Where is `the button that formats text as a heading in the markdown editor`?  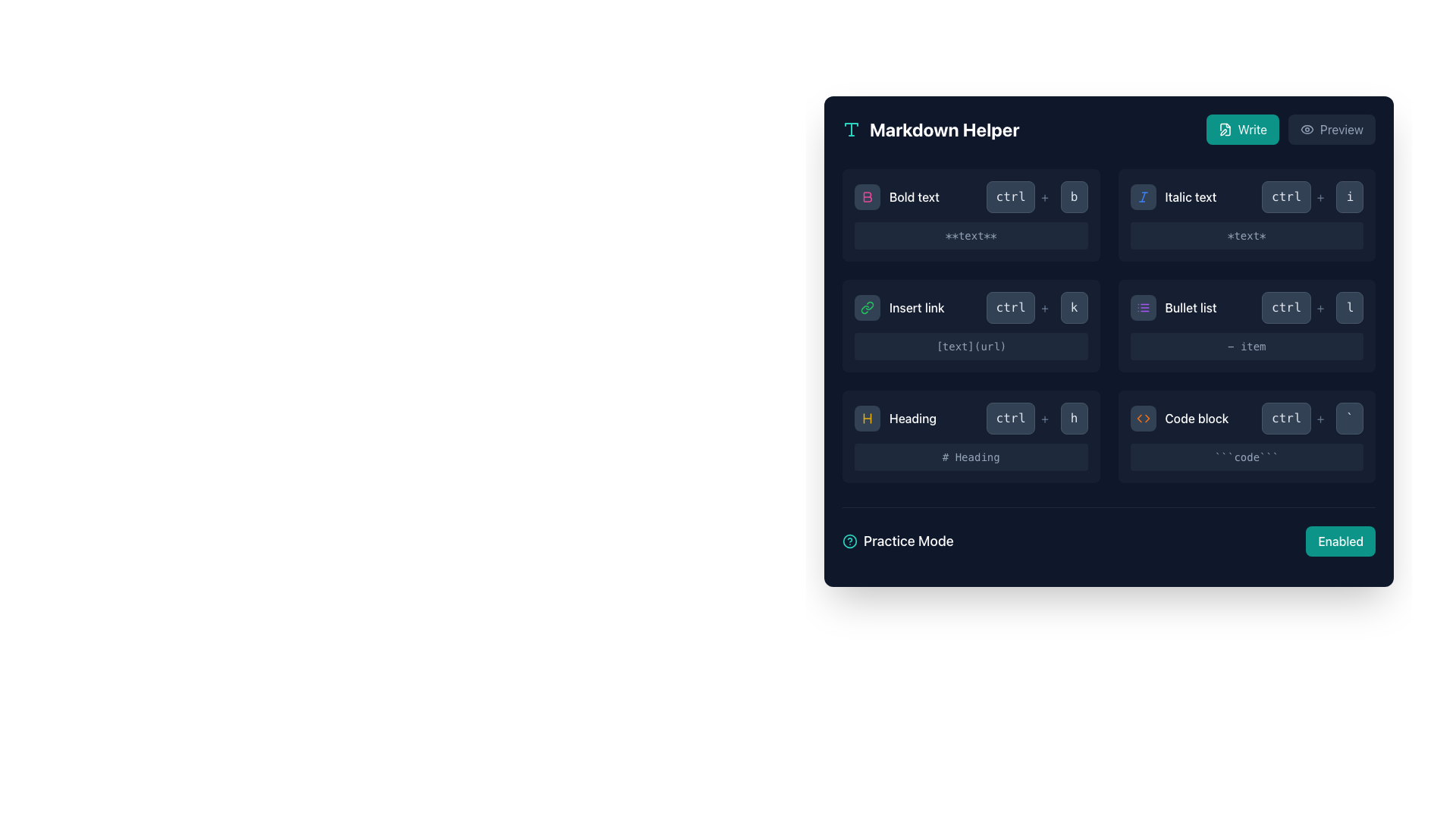 the button that formats text as a heading in the markdown editor is located at coordinates (895, 418).